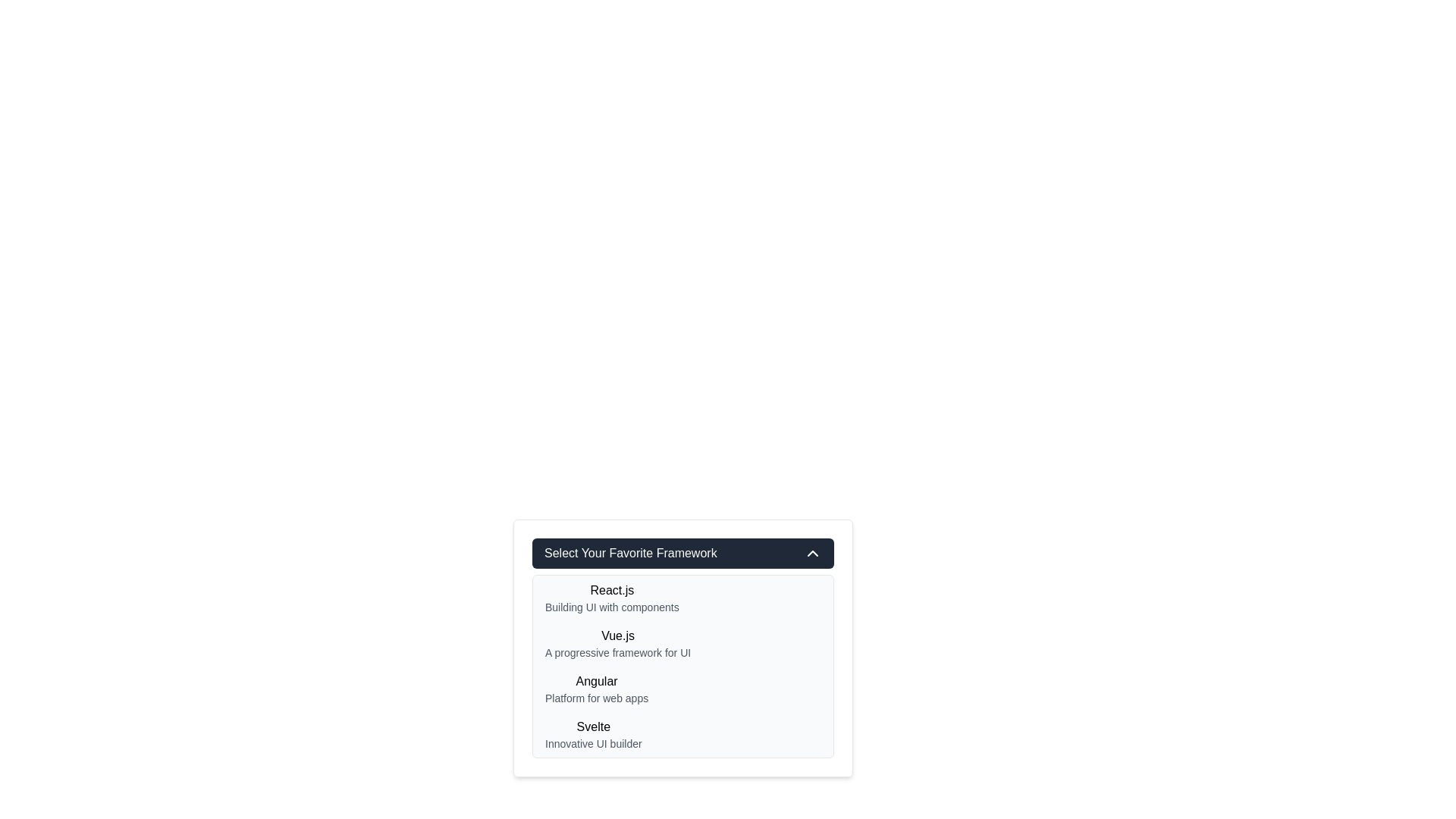 The height and width of the screenshot is (819, 1456). Describe the element at coordinates (596, 680) in the screenshot. I see `the 'Angular' text label` at that location.